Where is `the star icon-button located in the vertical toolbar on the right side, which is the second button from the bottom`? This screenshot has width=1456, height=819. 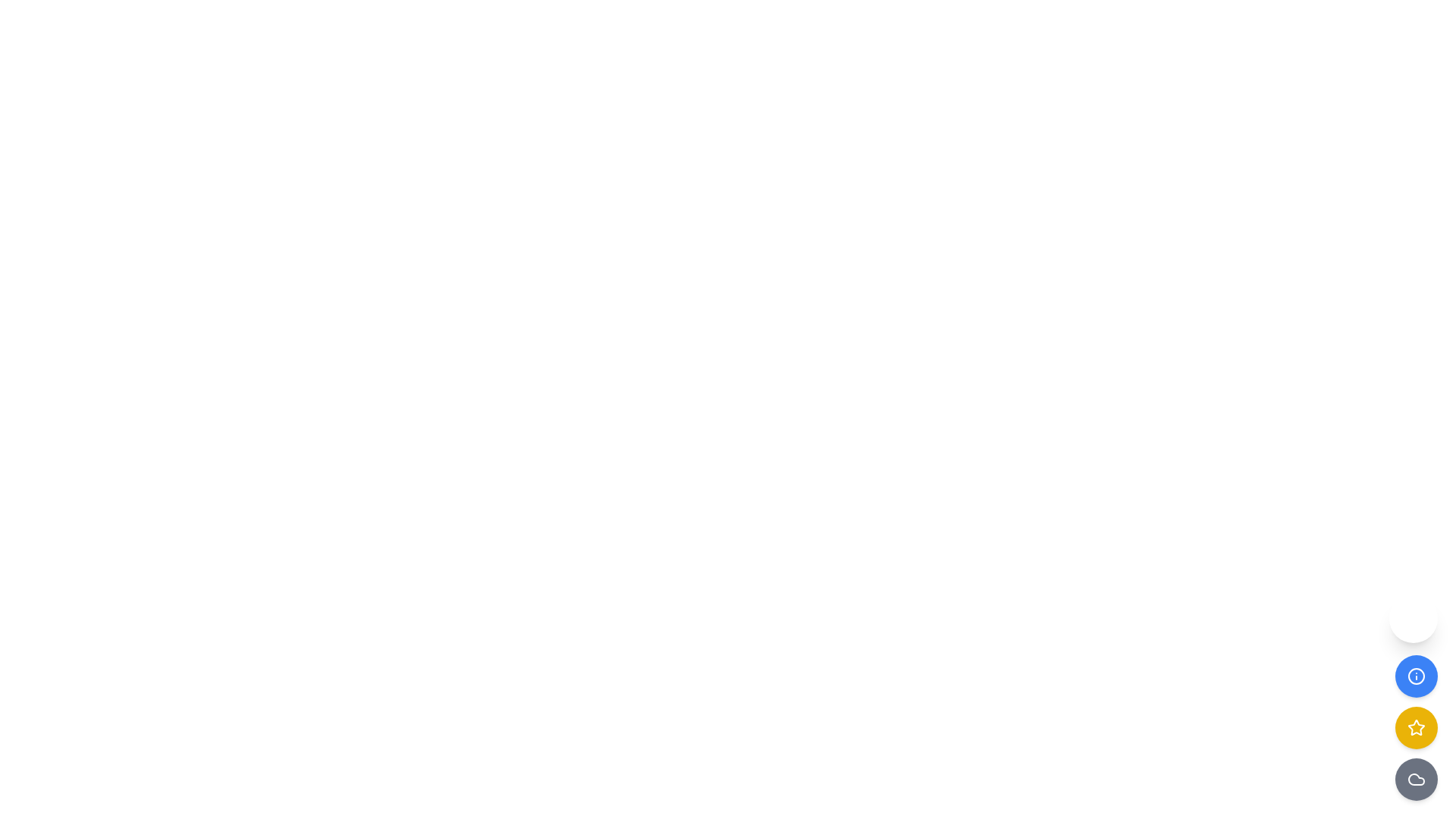
the star icon-button located in the vertical toolbar on the right side, which is the second button from the bottom is located at coordinates (1415, 726).